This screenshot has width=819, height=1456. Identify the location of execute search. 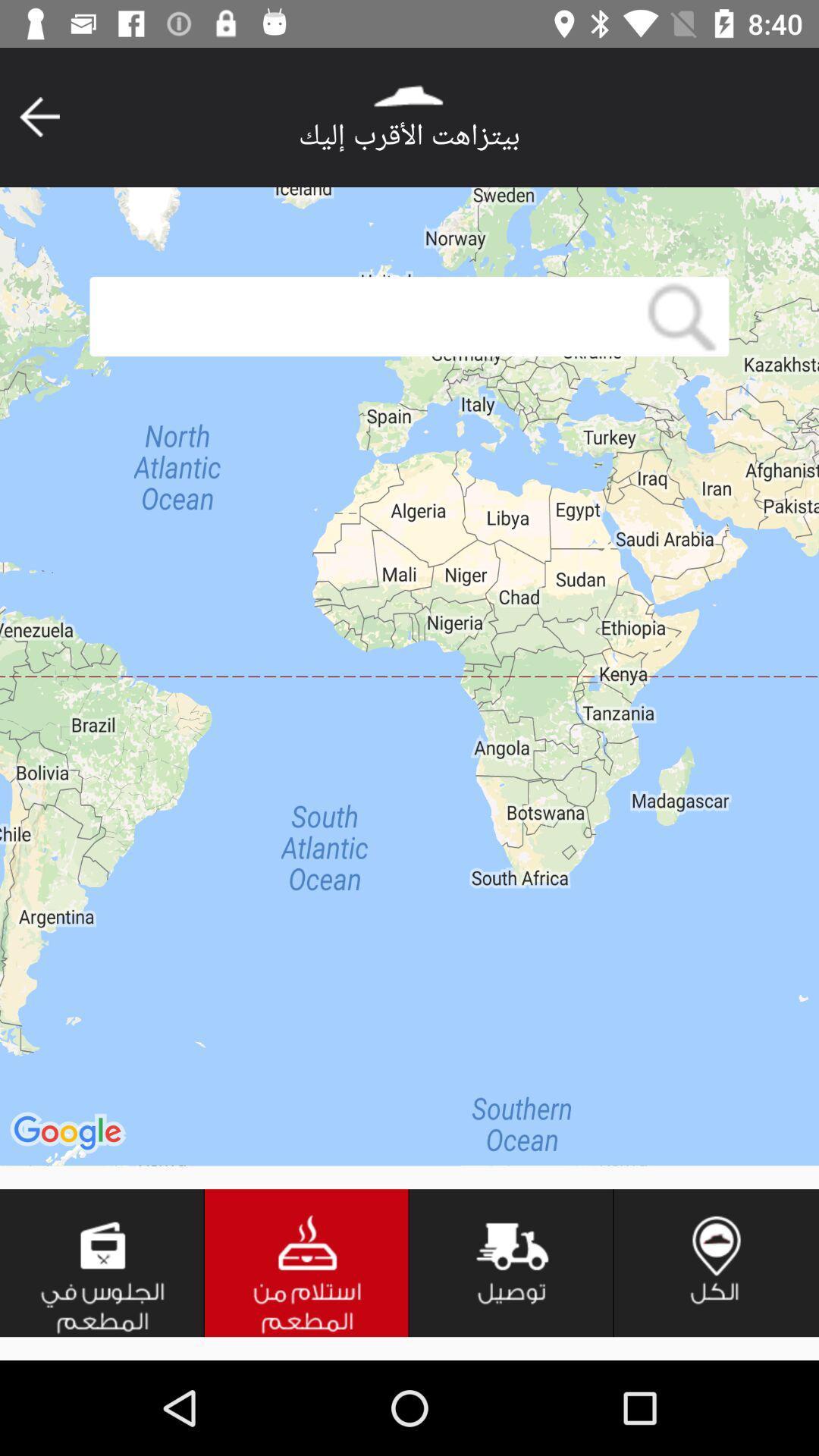
(681, 315).